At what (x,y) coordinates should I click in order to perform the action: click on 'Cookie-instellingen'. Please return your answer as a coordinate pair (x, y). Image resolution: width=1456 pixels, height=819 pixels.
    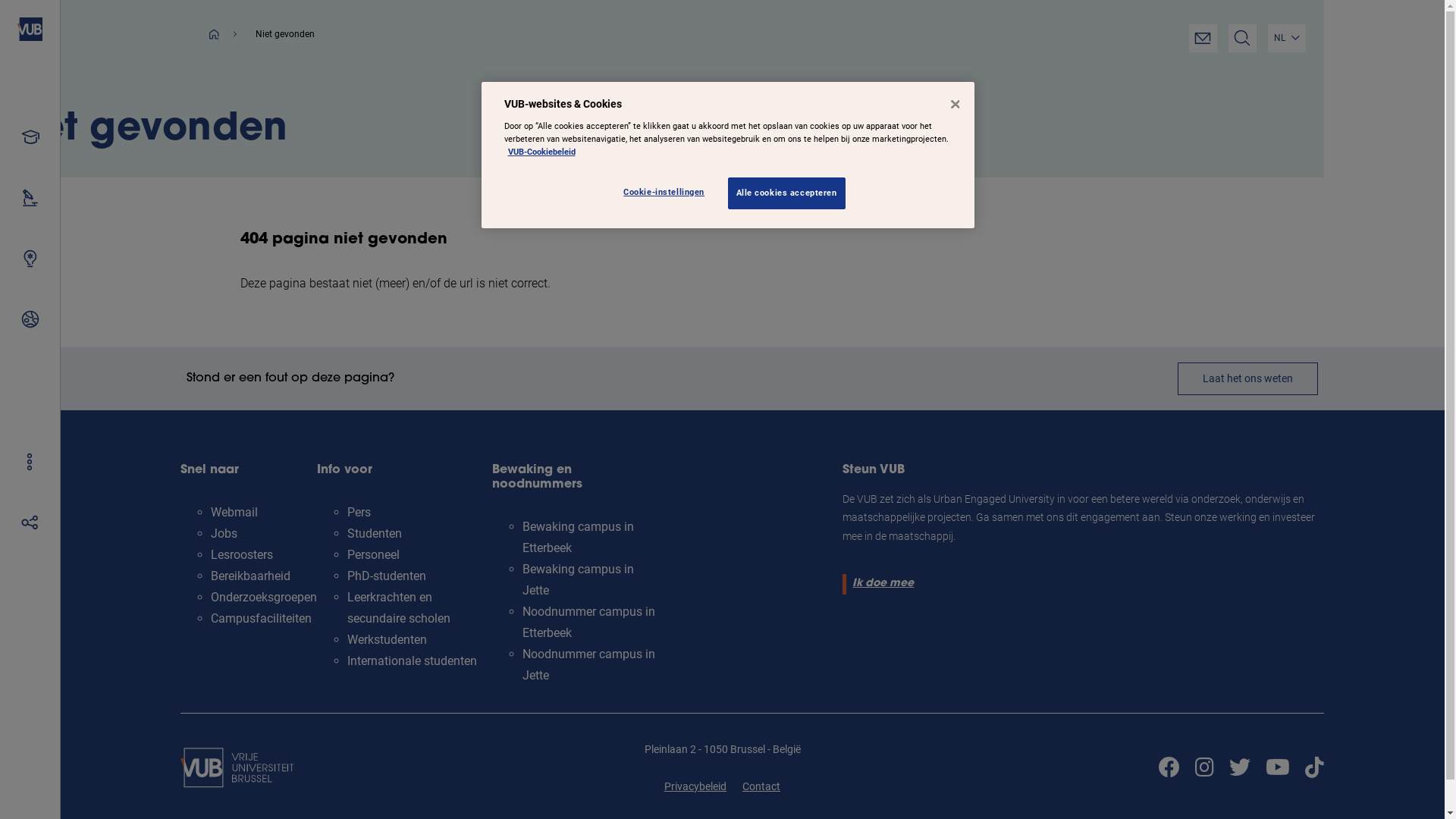
    Looking at the image, I should click on (667, 192).